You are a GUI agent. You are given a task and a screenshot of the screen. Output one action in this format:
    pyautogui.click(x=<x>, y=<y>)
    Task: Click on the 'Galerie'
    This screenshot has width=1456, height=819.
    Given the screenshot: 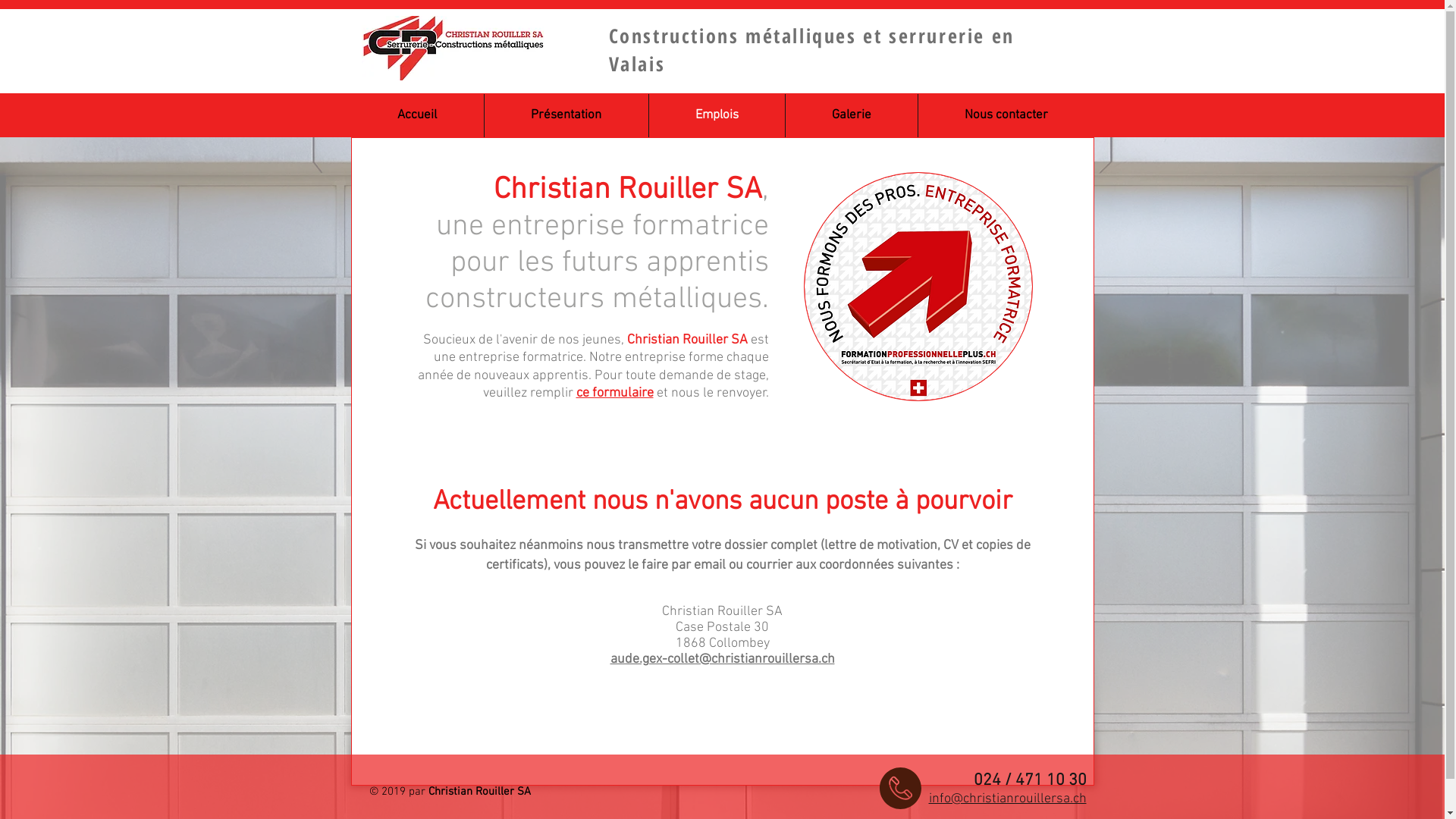 What is the action you would take?
    pyautogui.click(x=852, y=115)
    